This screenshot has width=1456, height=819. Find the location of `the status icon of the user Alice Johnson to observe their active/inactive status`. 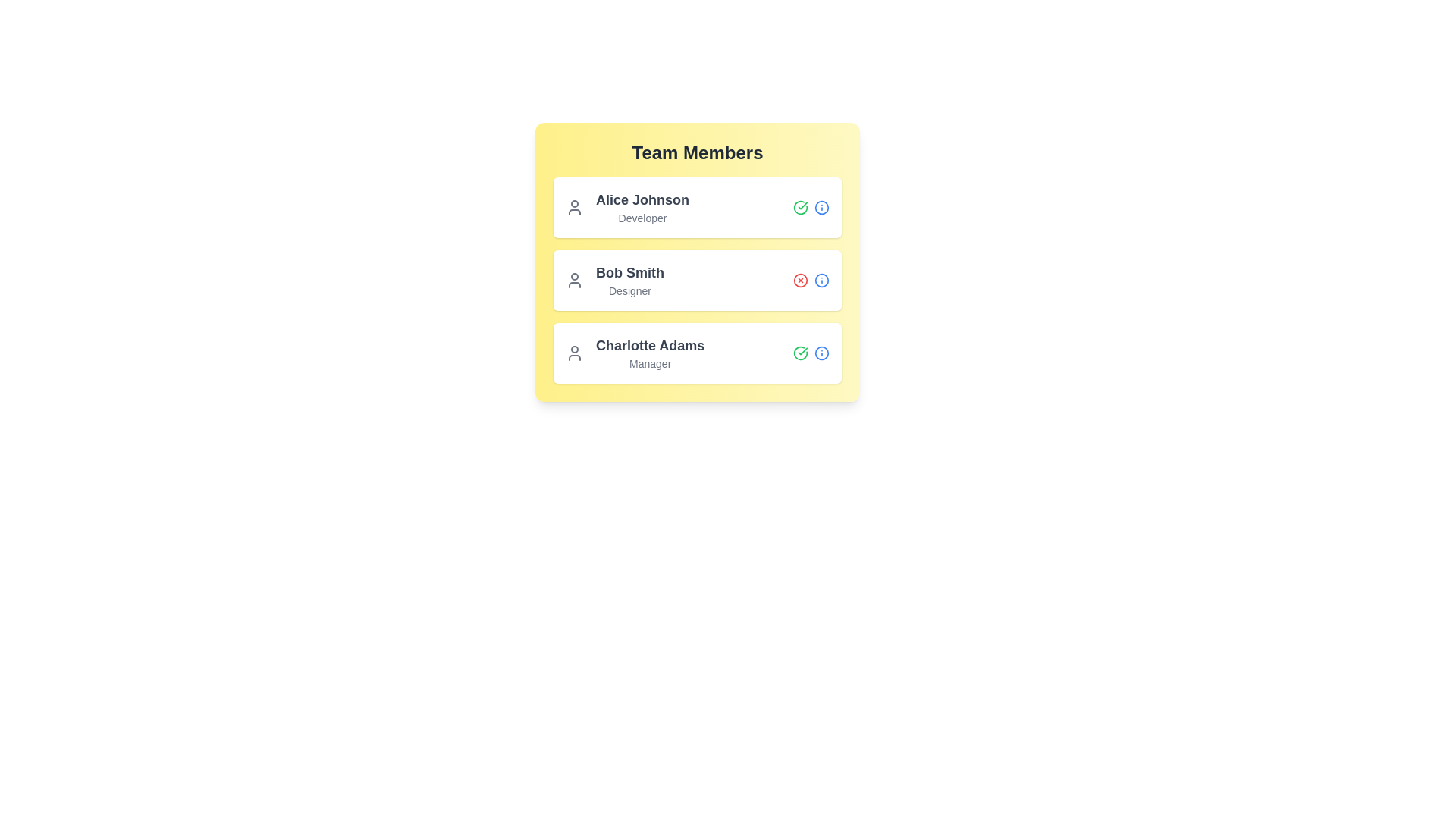

the status icon of the user Alice Johnson to observe their active/inactive status is located at coordinates (800, 207).